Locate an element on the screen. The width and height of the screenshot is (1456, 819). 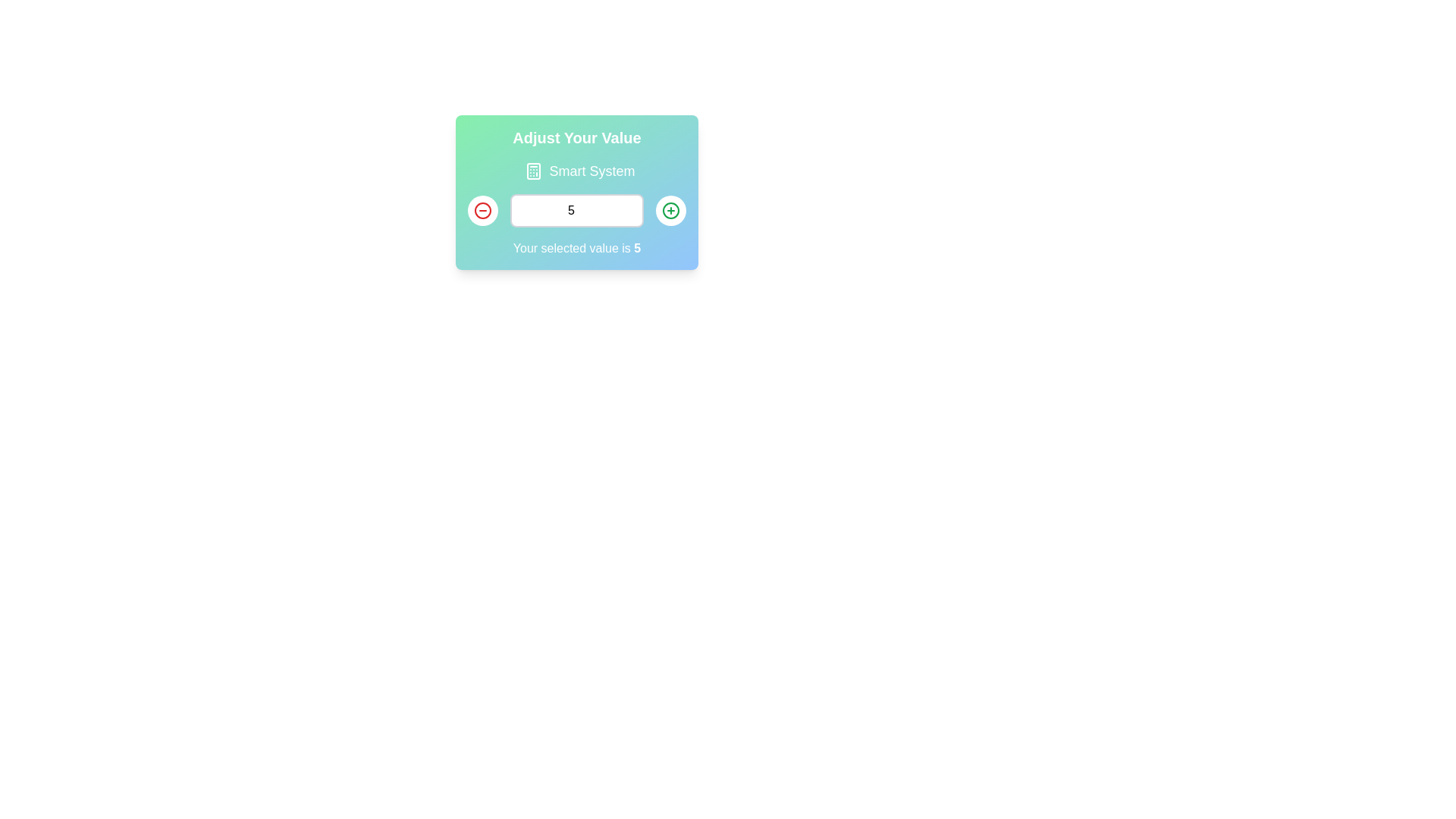
the third circular button with a '+' symbol to increment the value is located at coordinates (670, 210).